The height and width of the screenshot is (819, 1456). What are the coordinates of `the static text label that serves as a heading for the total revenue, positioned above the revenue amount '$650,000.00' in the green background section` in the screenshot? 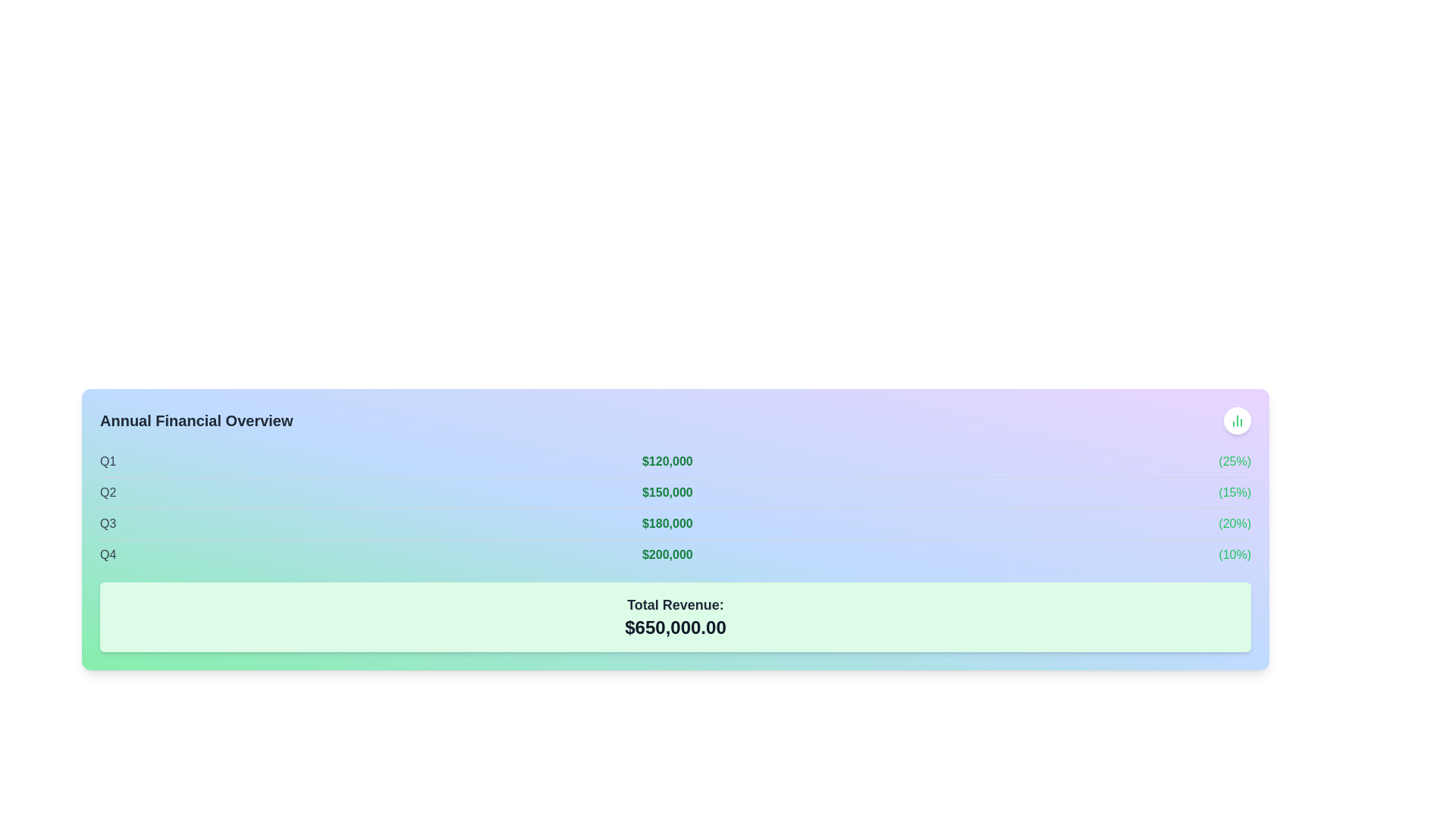 It's located at (675, 604).